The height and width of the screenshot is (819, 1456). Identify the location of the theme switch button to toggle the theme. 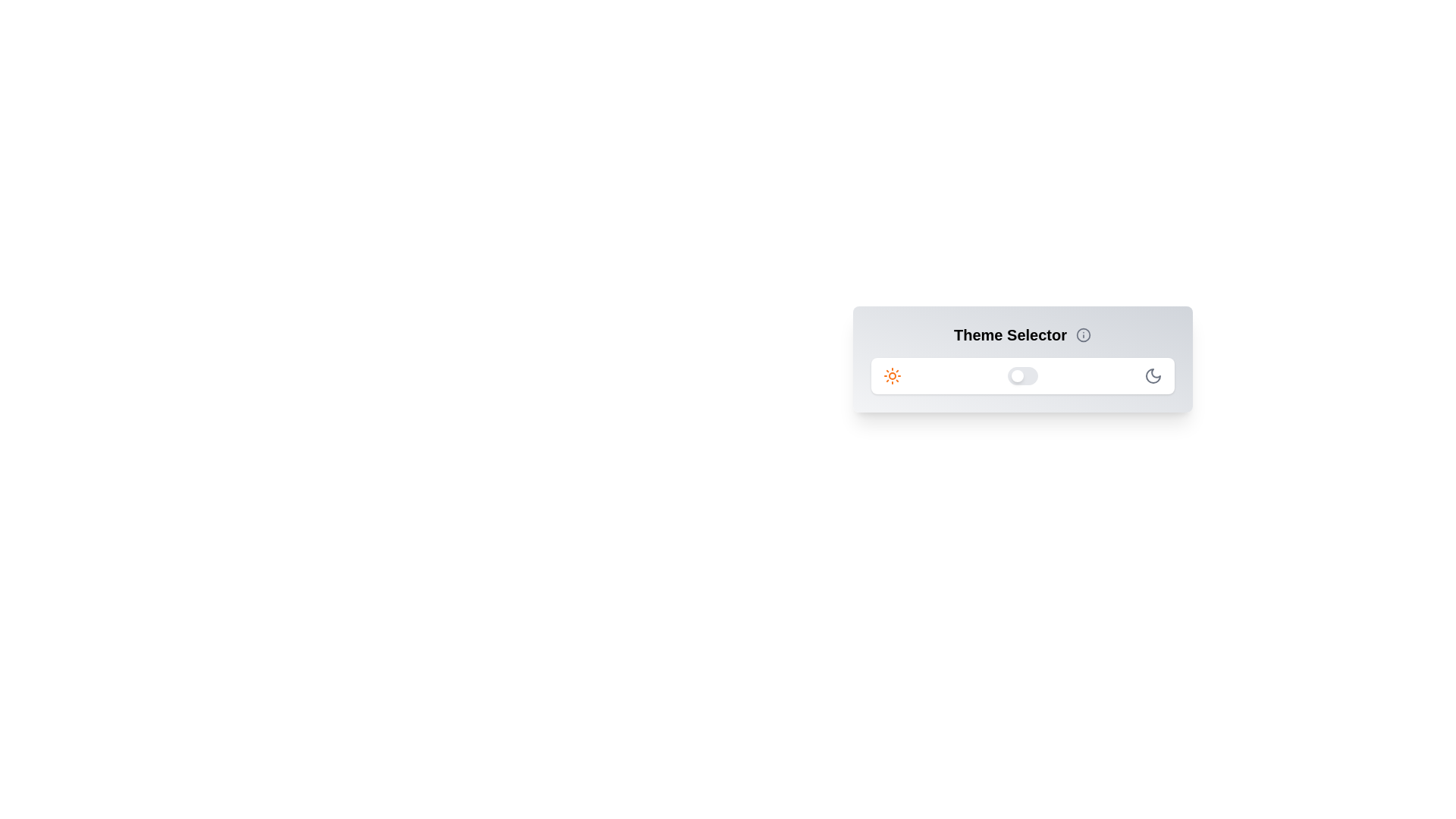
(1022, 375).